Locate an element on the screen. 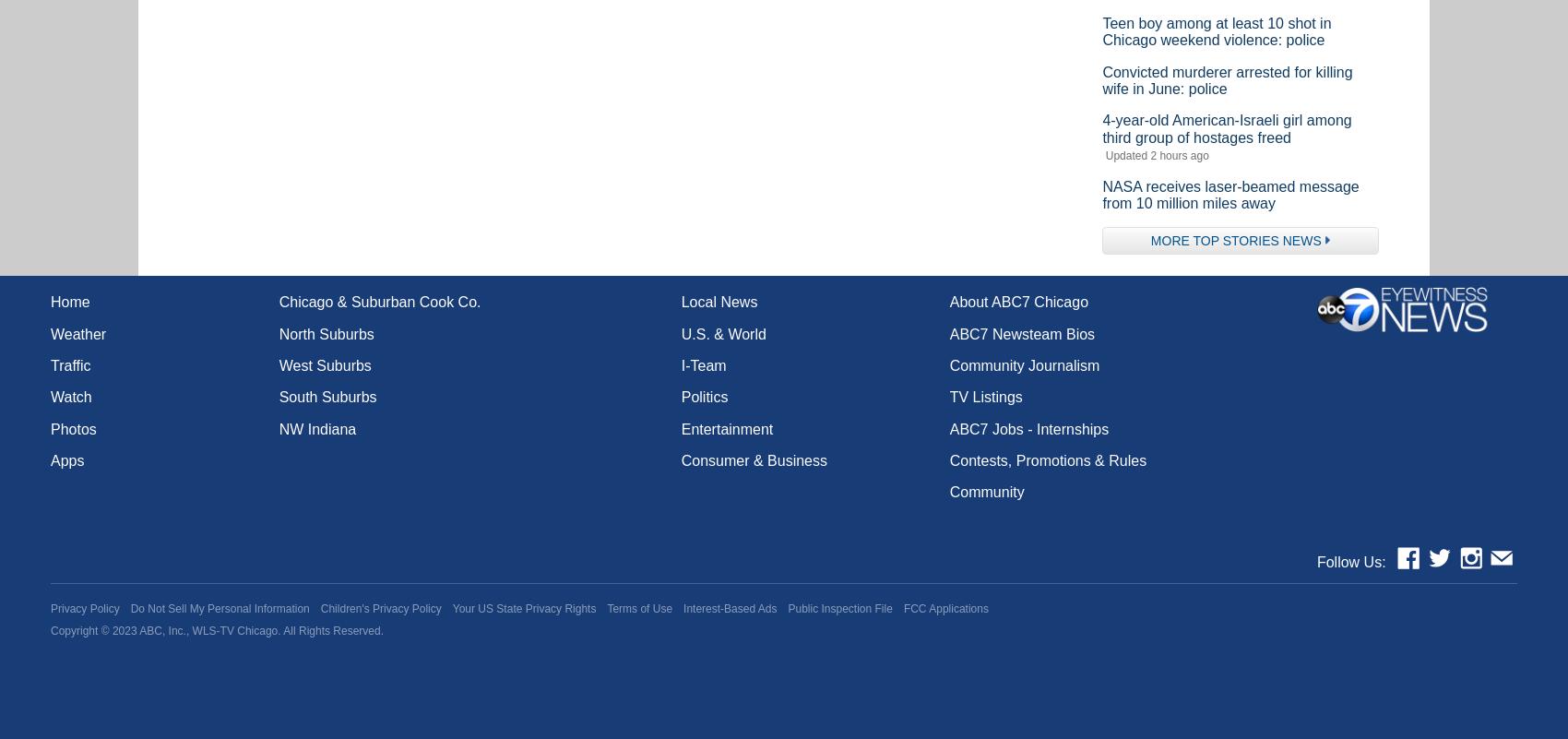  'Copyright ©' is located at coordinates (81, 630).